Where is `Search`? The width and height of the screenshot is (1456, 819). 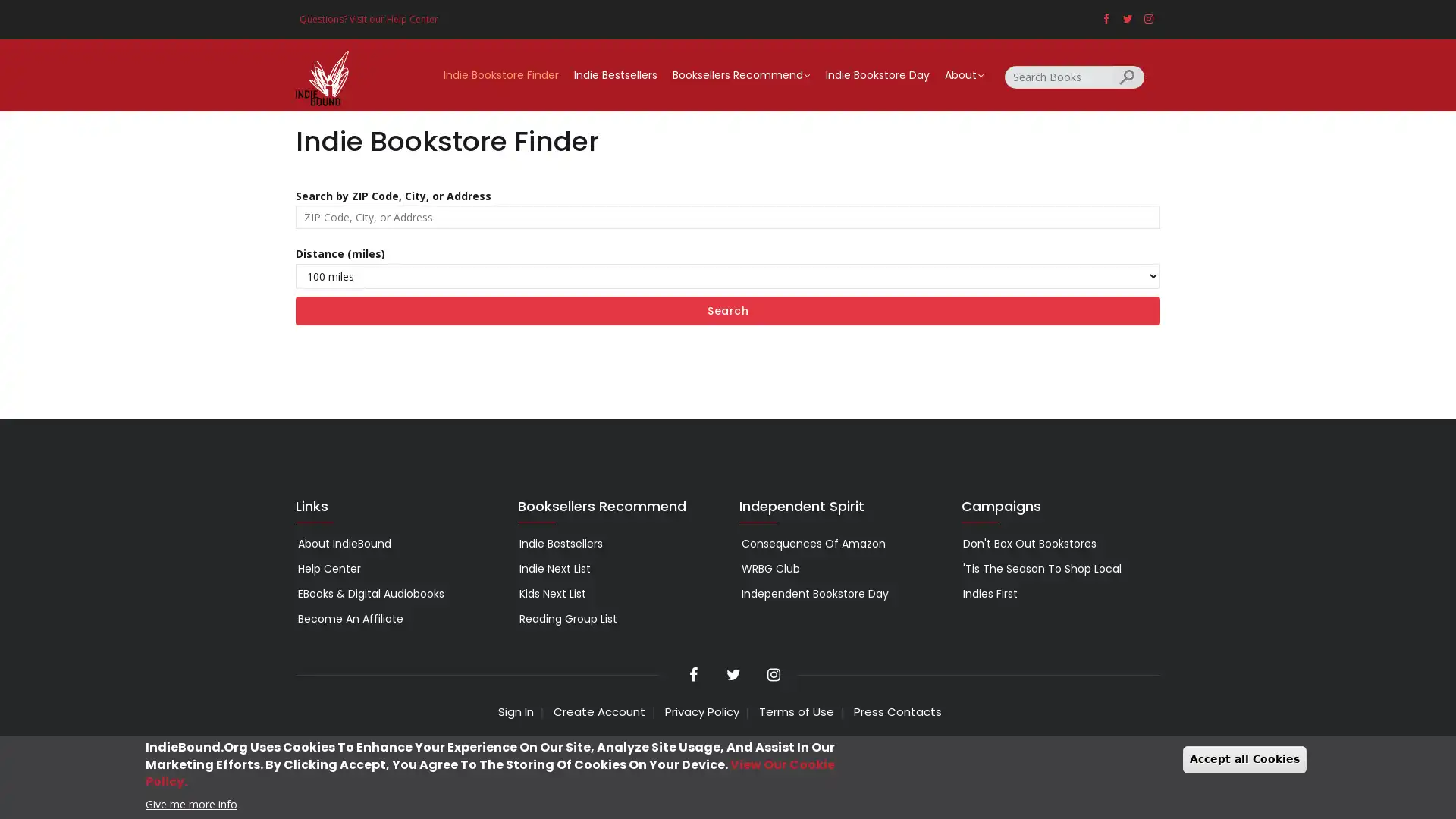 Search is located at coordinates (1128, 76).